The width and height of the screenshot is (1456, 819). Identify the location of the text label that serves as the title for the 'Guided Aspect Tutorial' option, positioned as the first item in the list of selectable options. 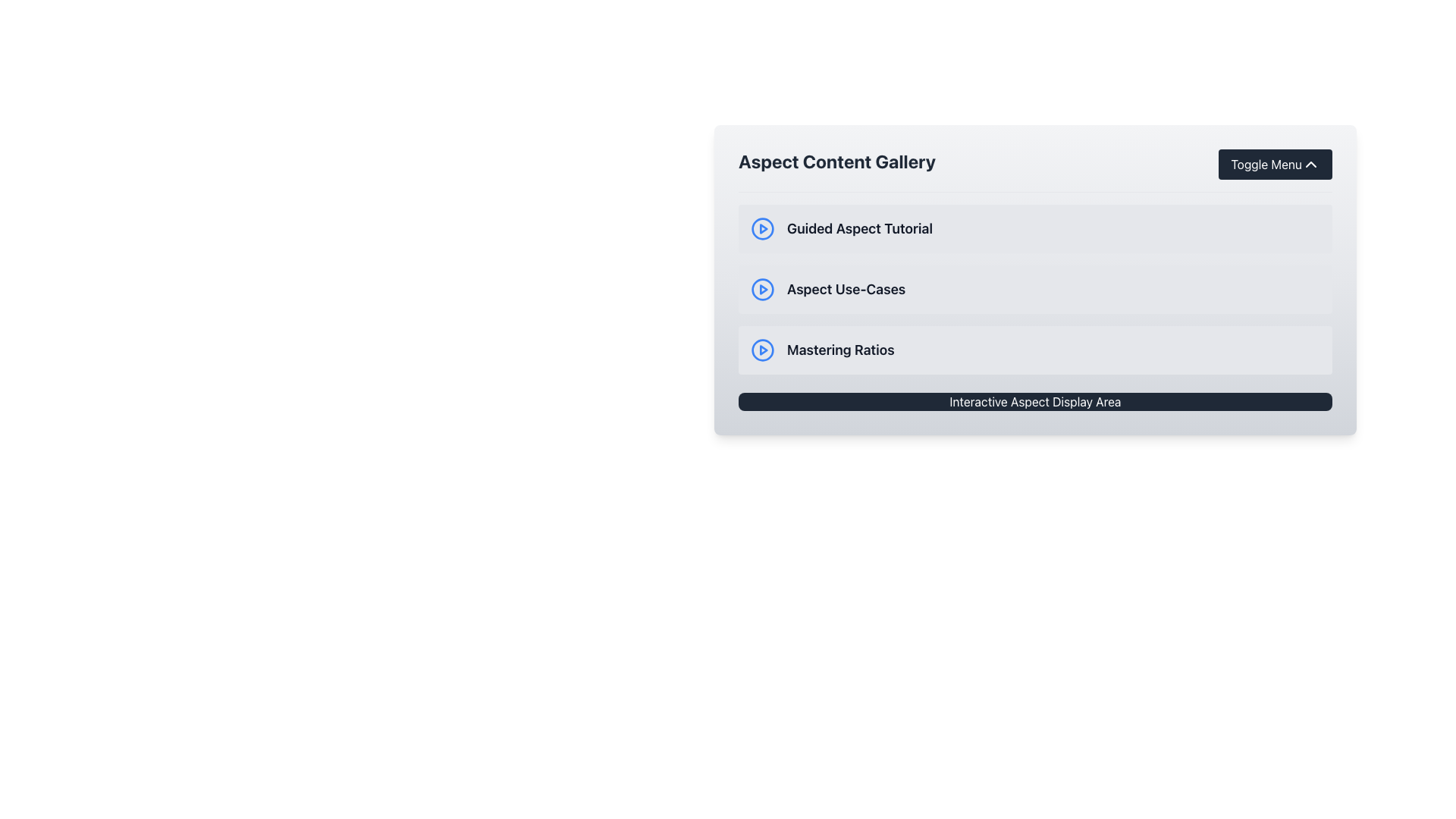
(859, 228).